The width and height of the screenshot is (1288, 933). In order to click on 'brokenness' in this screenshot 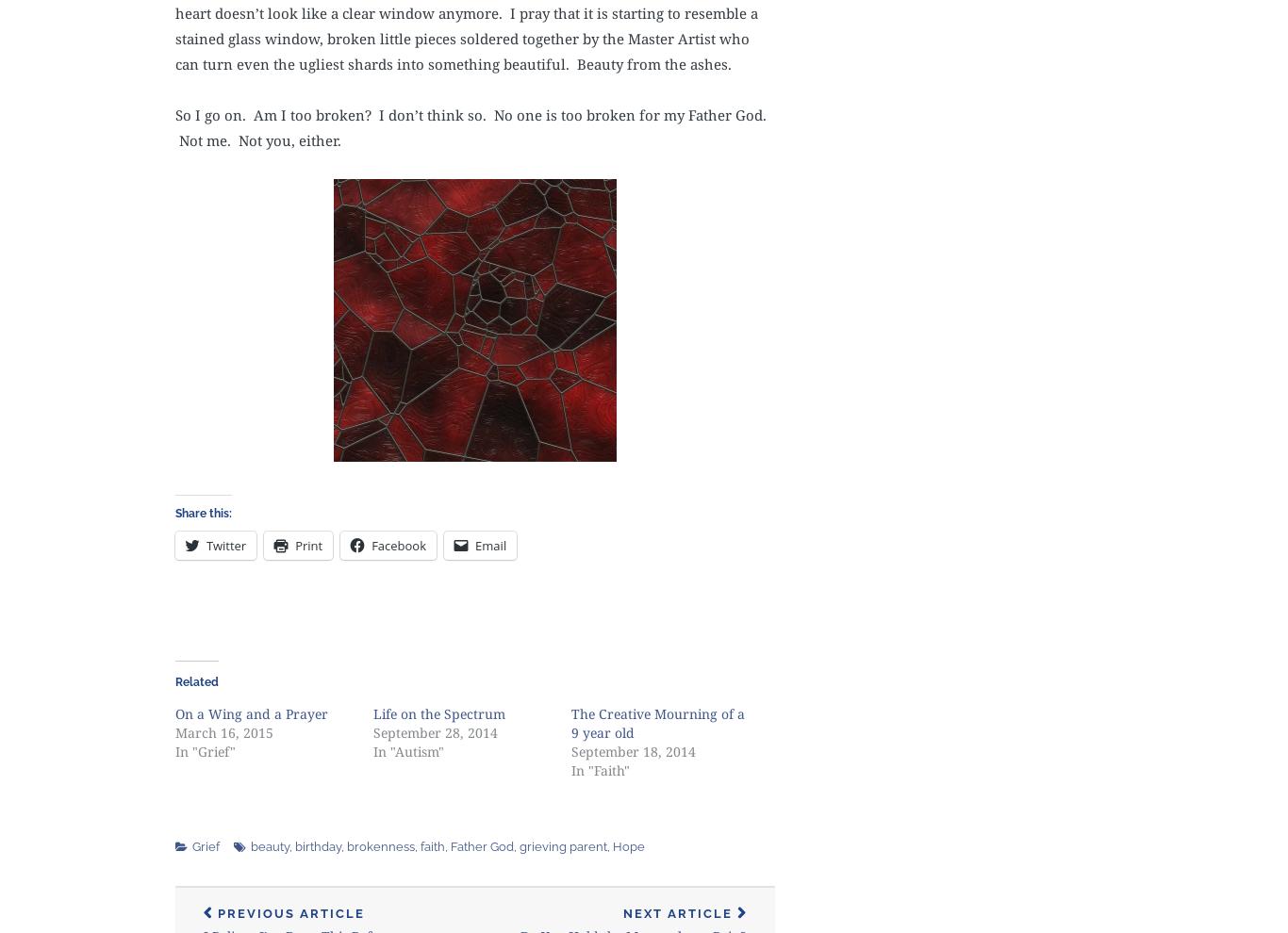, I will do `click(380, 844)`.